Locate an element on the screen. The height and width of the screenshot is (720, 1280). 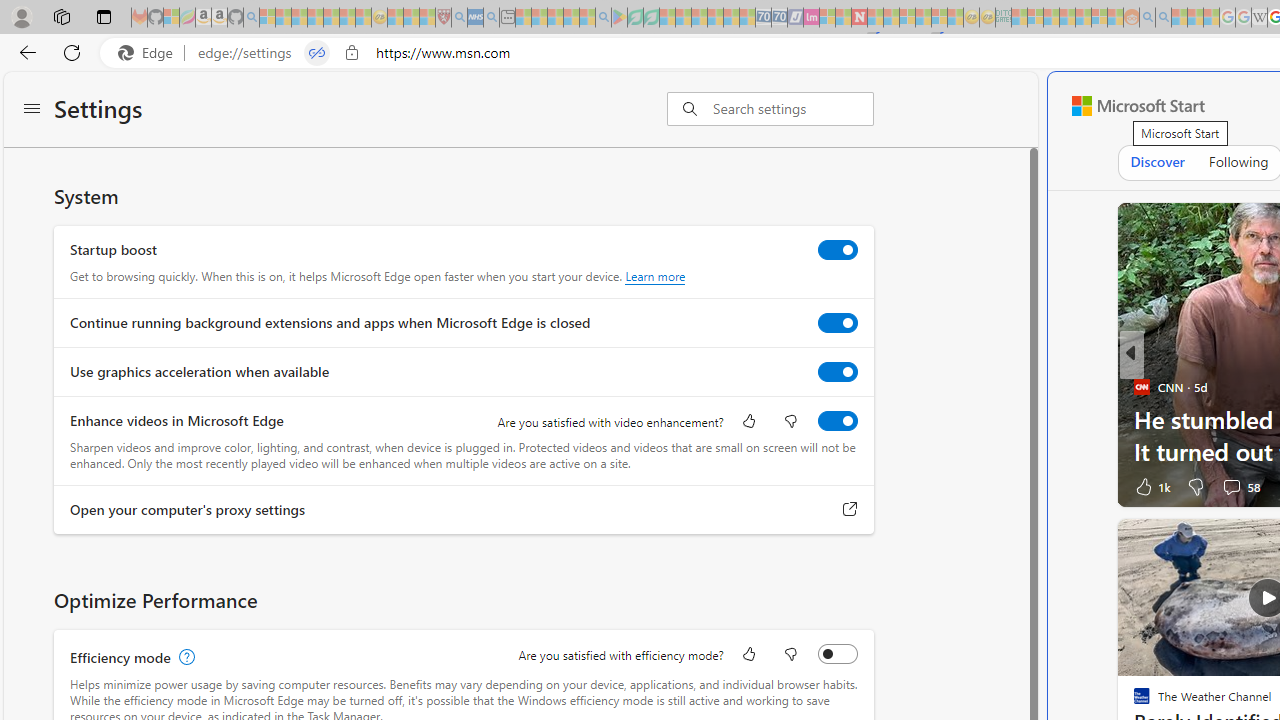
'Startup boost' is located at coordinates (837, 248).